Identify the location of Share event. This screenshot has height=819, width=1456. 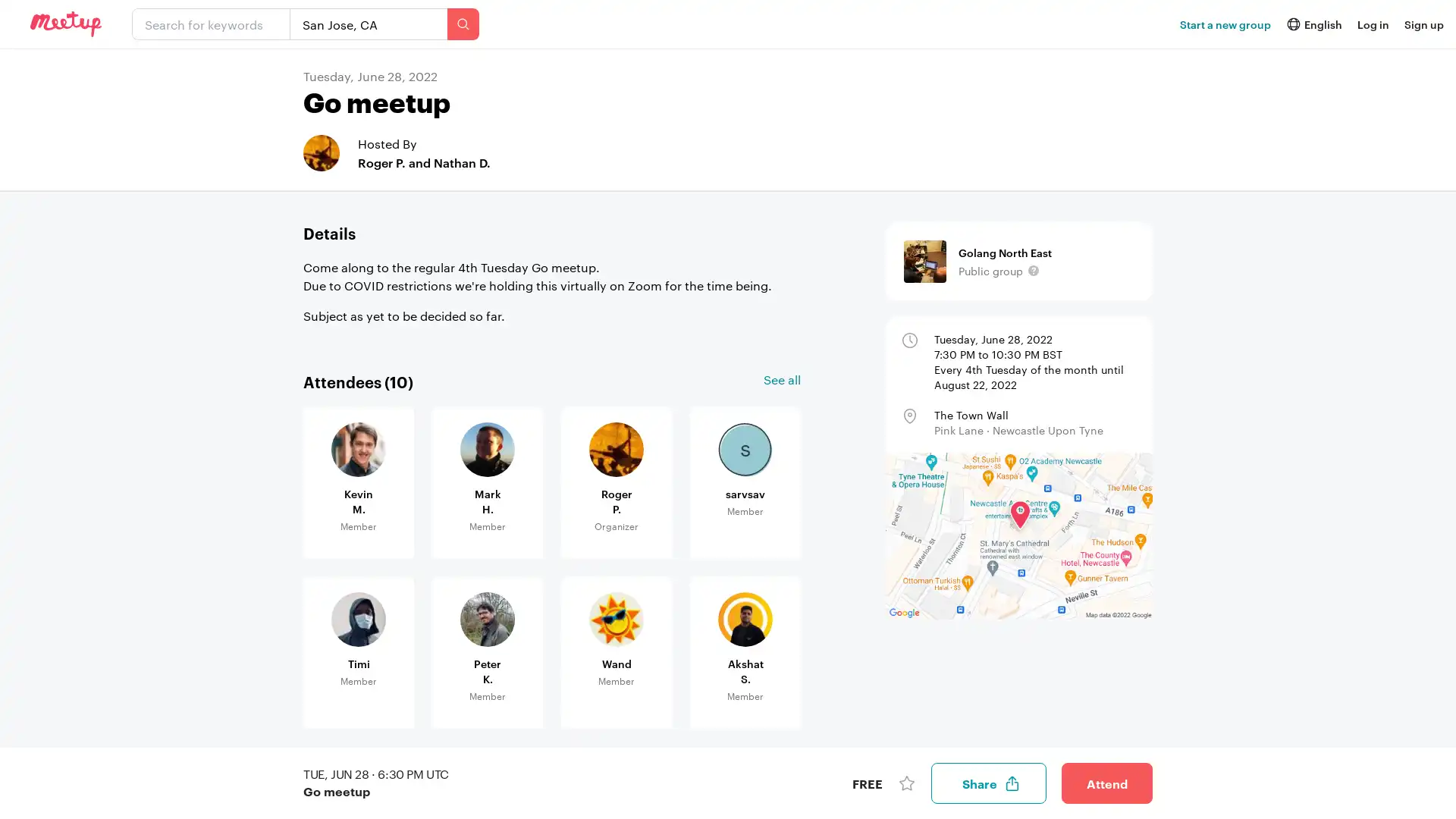
(989, 783).